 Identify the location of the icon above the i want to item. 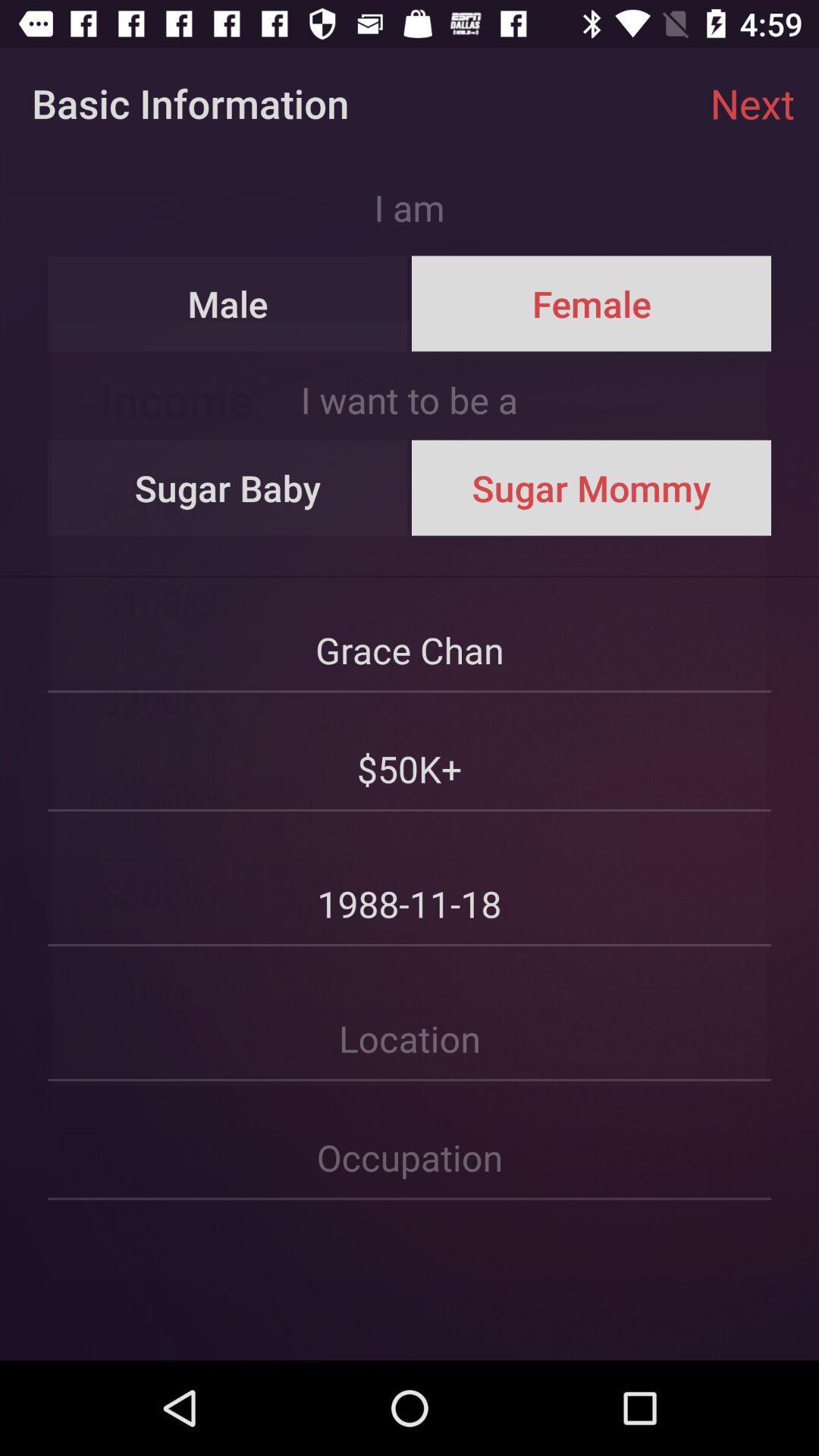
(227, 303).